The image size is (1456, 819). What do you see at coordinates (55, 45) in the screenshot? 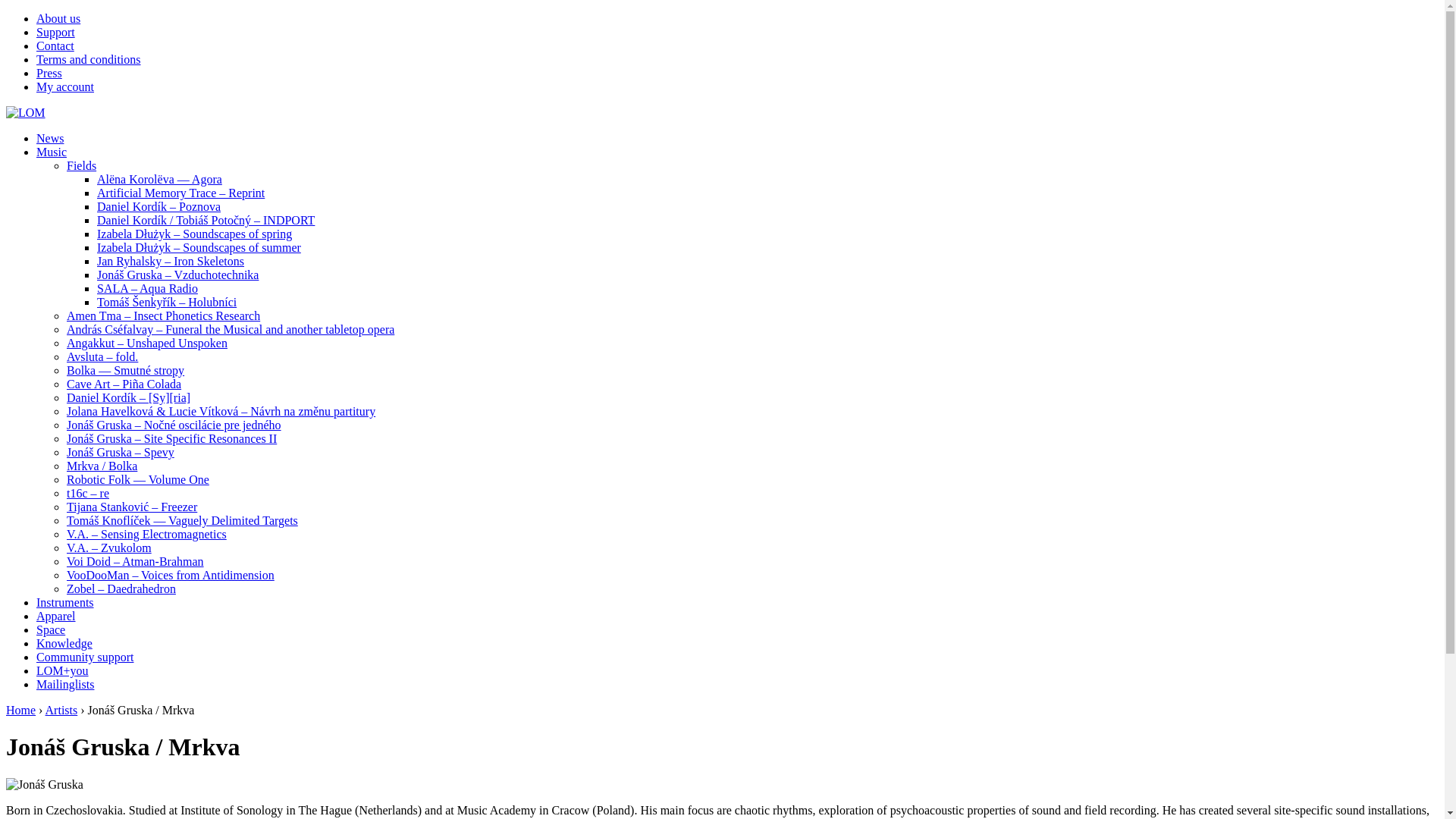
I see `'Contact'` at bounding box center [55, 45].